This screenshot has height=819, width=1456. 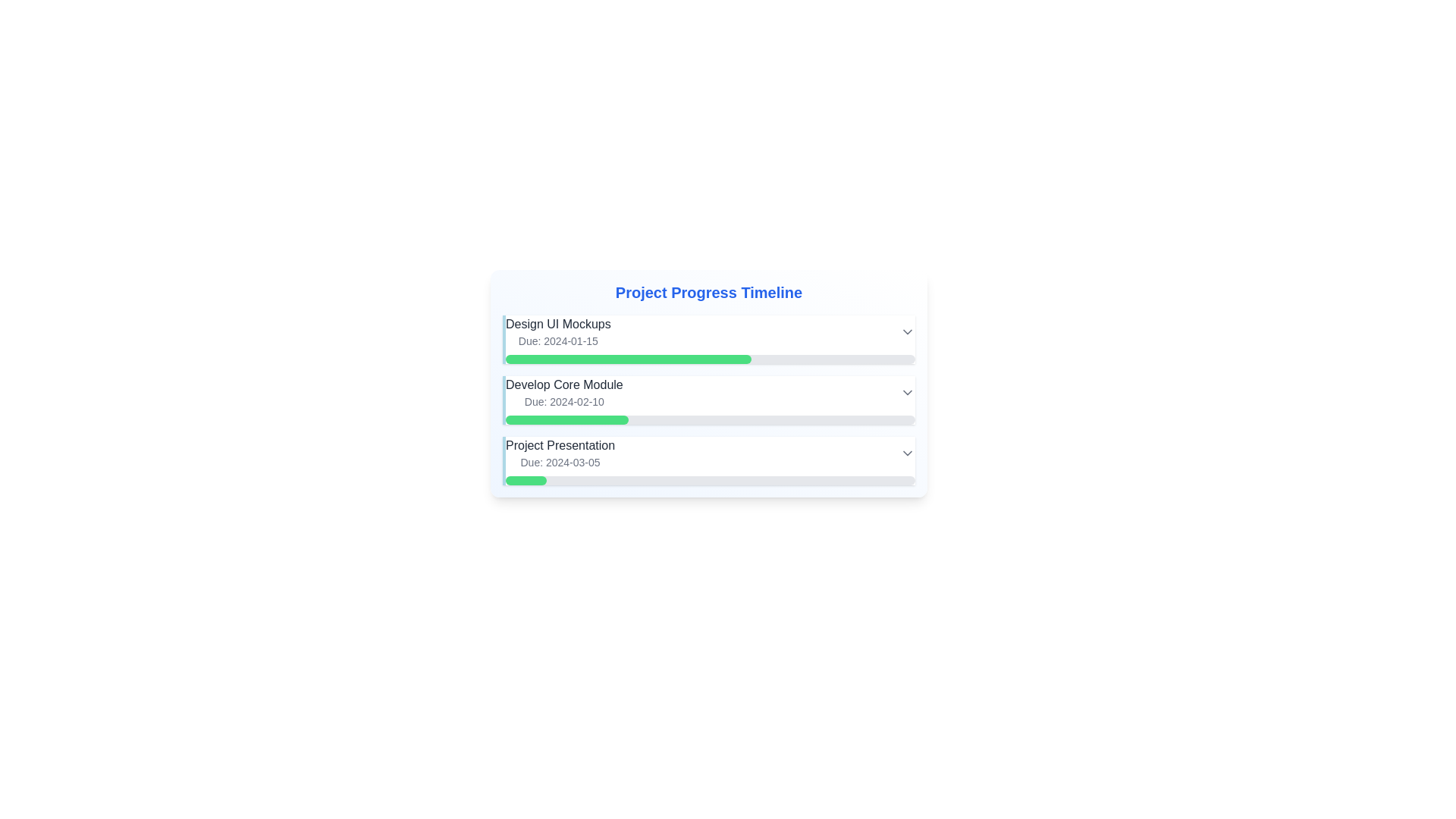 What do you see at coordinates (557, 341) in the screenshot?
I see `the Text Display showing 'Due: 2024-01-15' that is located directly below the title 'Design UI Mockups' in the project list` at bounding box center [557, 341].